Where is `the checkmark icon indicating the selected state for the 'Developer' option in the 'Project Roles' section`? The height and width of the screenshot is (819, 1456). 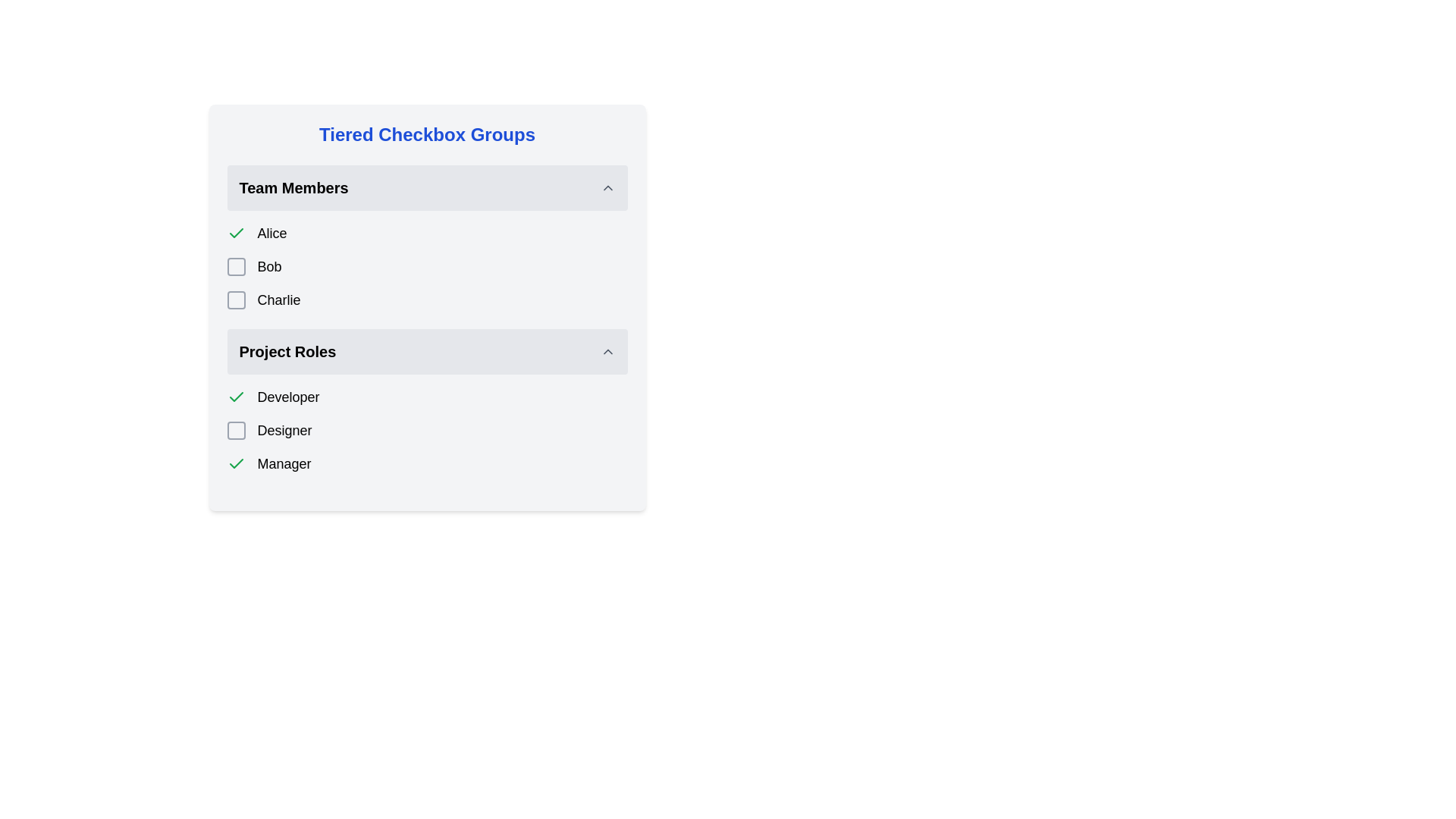 the checkmark icon indicating the selected state for the 'Developer' option in the 'Project Roles' section is located at coordinates (235, 233).